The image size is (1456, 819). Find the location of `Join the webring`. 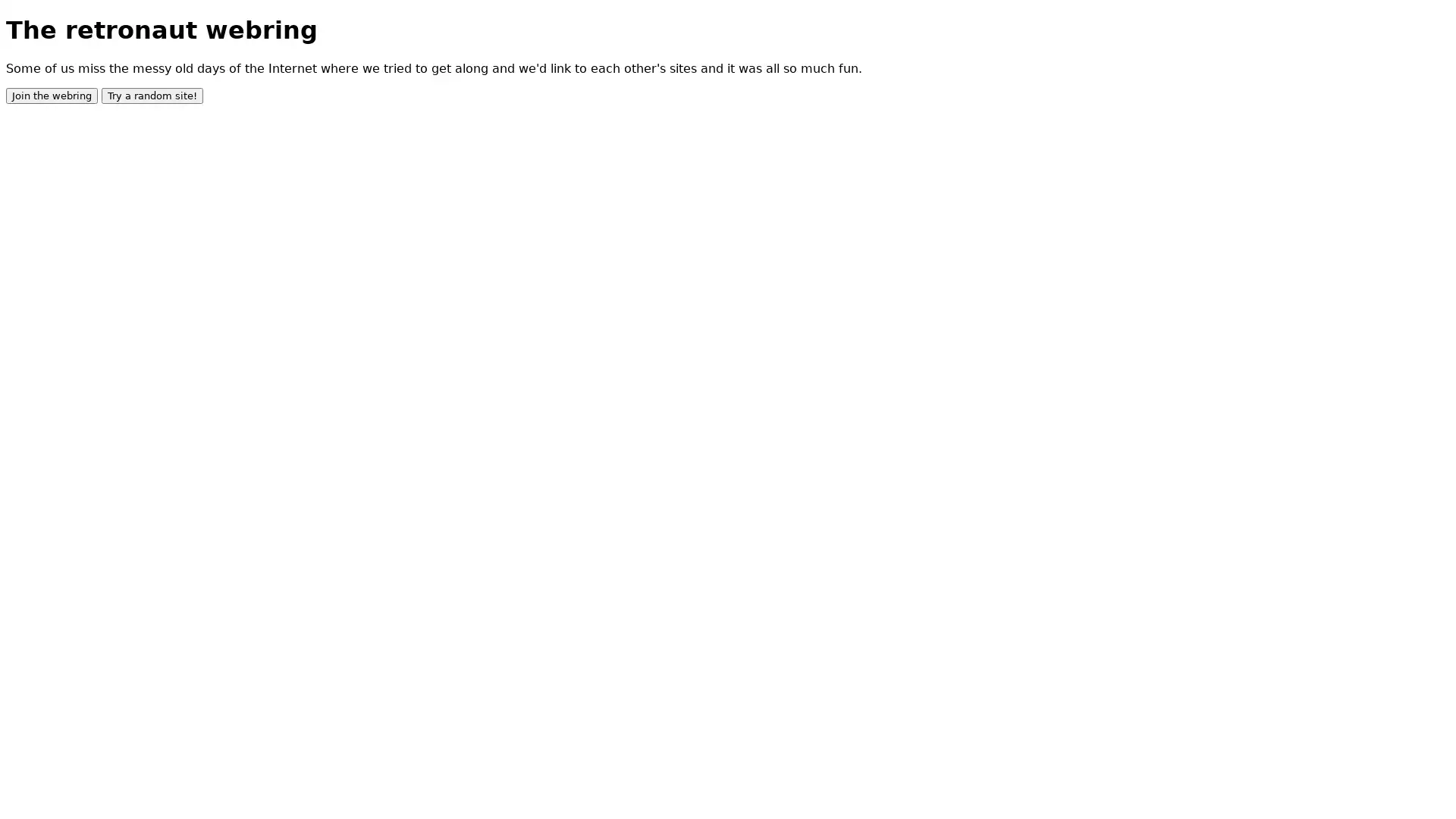

Join the webring is located at coordinates (52, 95).